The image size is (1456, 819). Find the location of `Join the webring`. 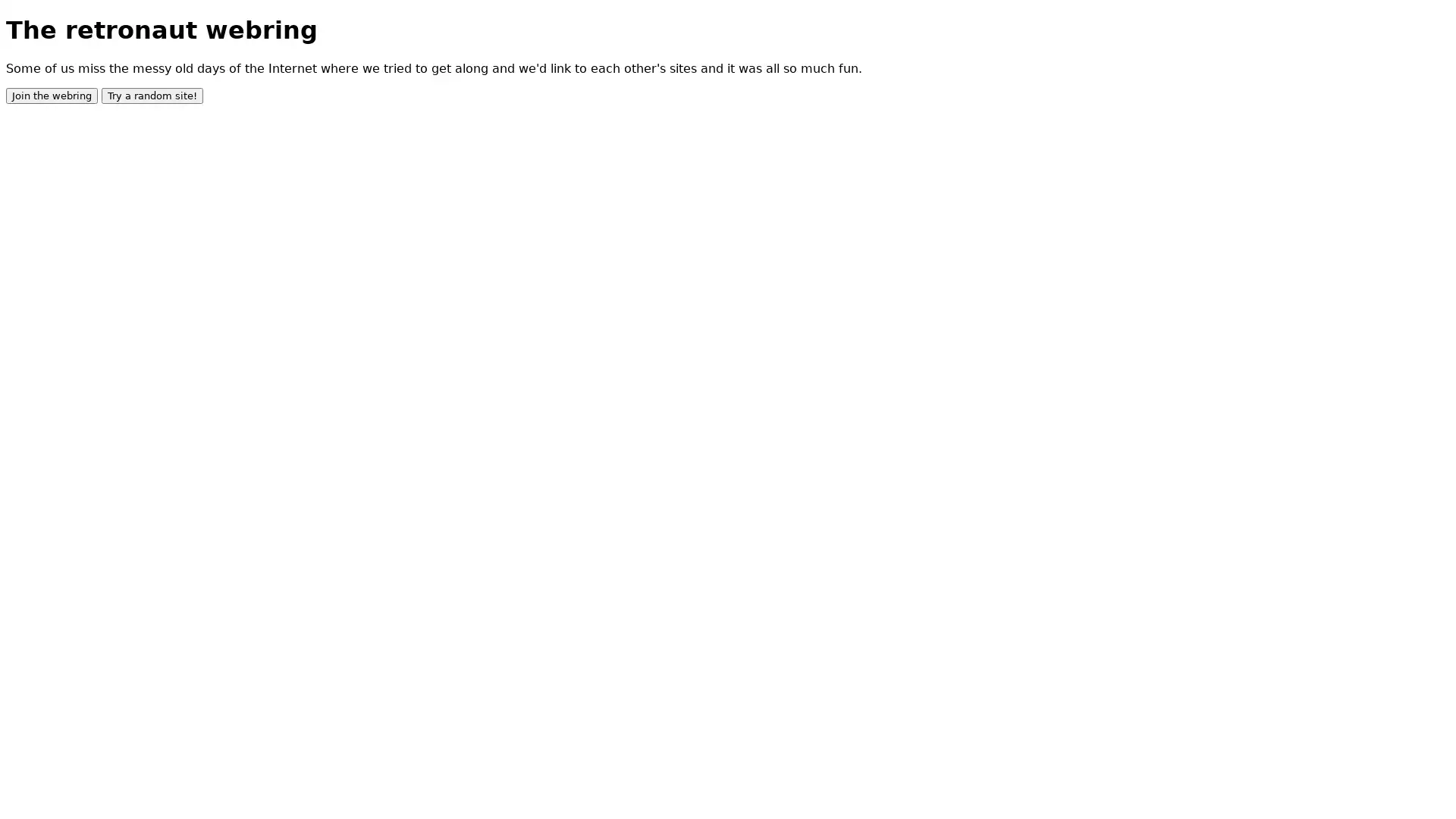

Join the webring is located at coordinates (52, 95).